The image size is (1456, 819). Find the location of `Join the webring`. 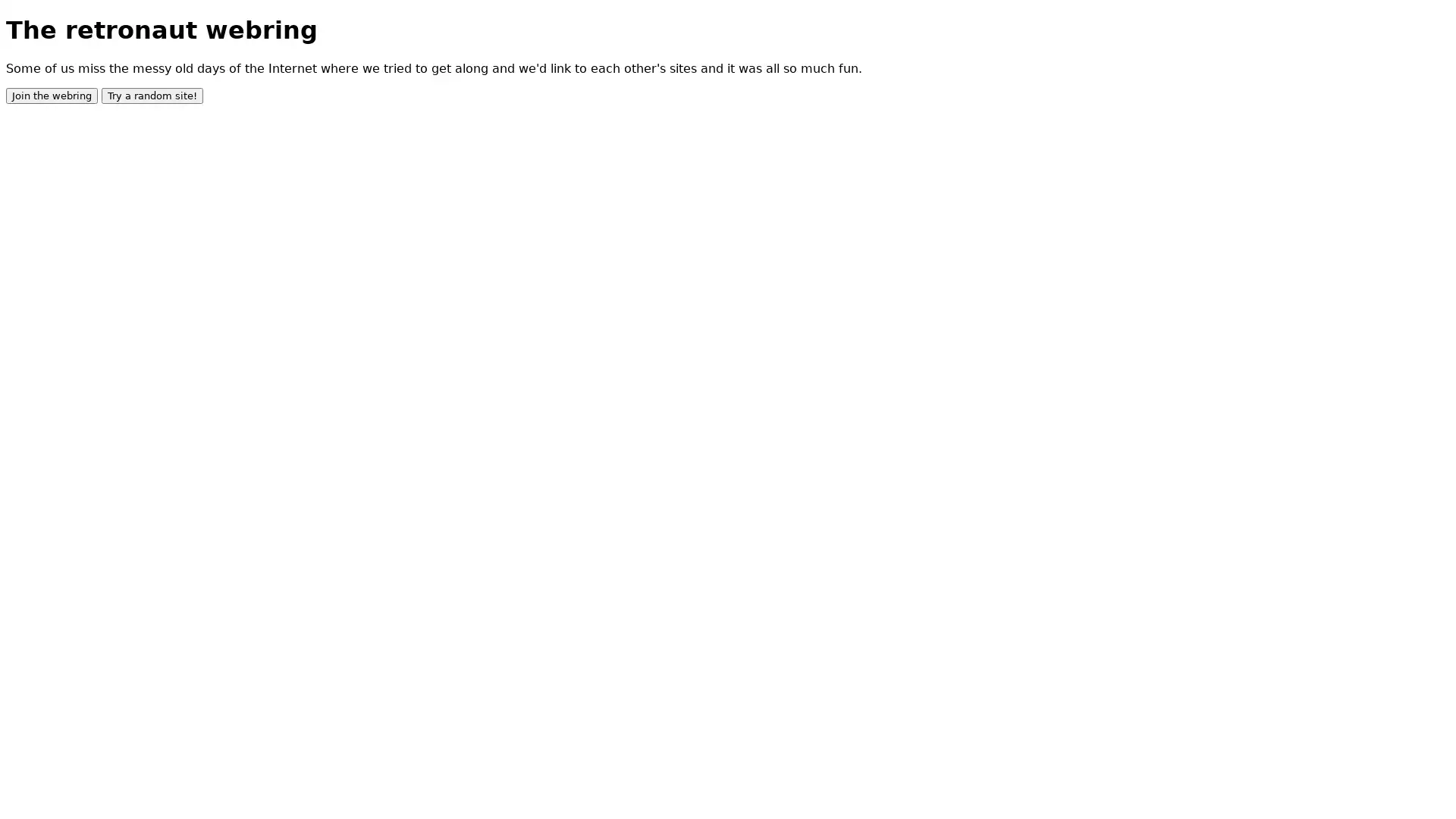

Join the webring is located at coordinates (52, 95).